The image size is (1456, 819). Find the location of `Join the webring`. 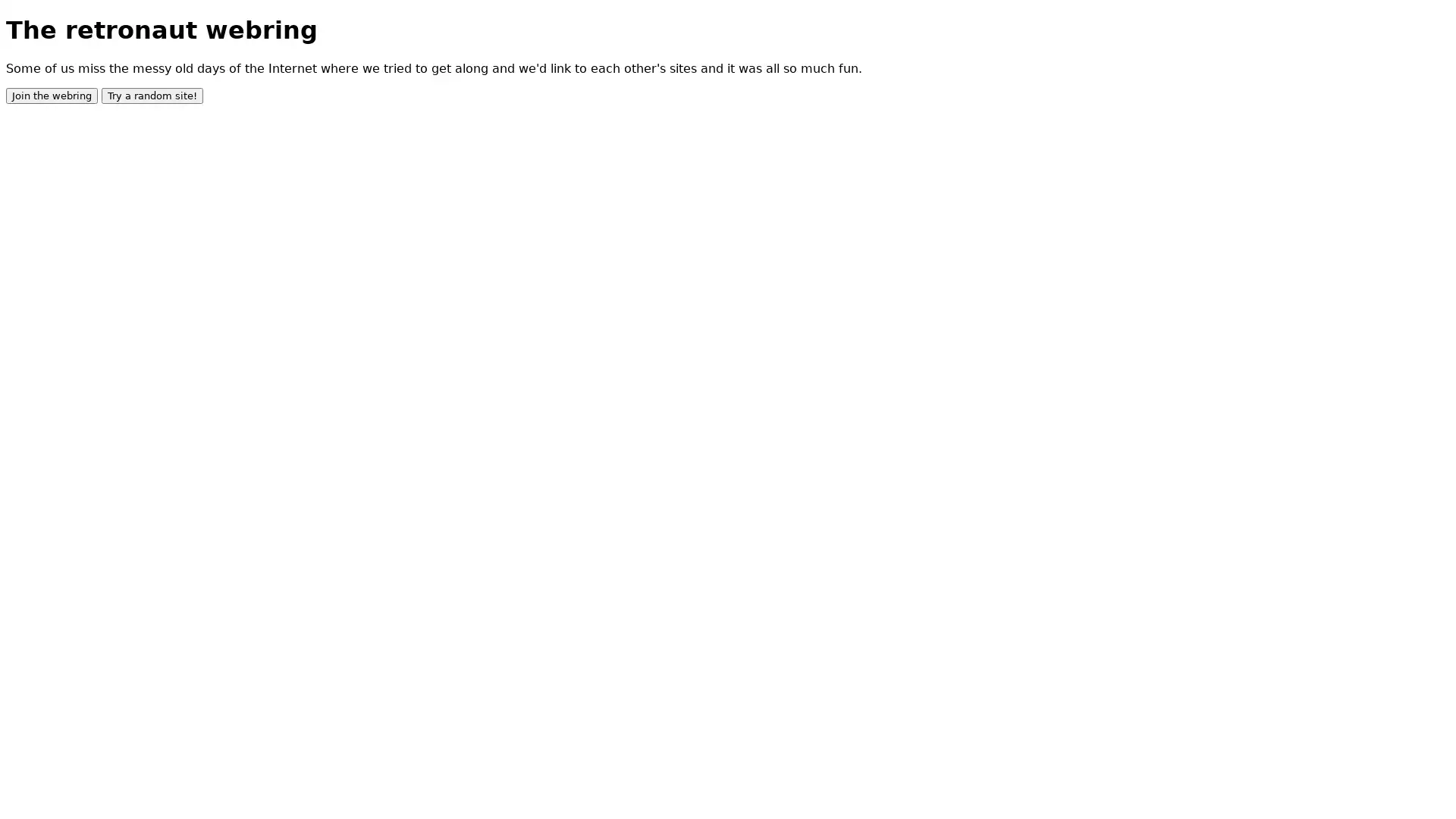

Join the webring is located at coordinates (52, 95).